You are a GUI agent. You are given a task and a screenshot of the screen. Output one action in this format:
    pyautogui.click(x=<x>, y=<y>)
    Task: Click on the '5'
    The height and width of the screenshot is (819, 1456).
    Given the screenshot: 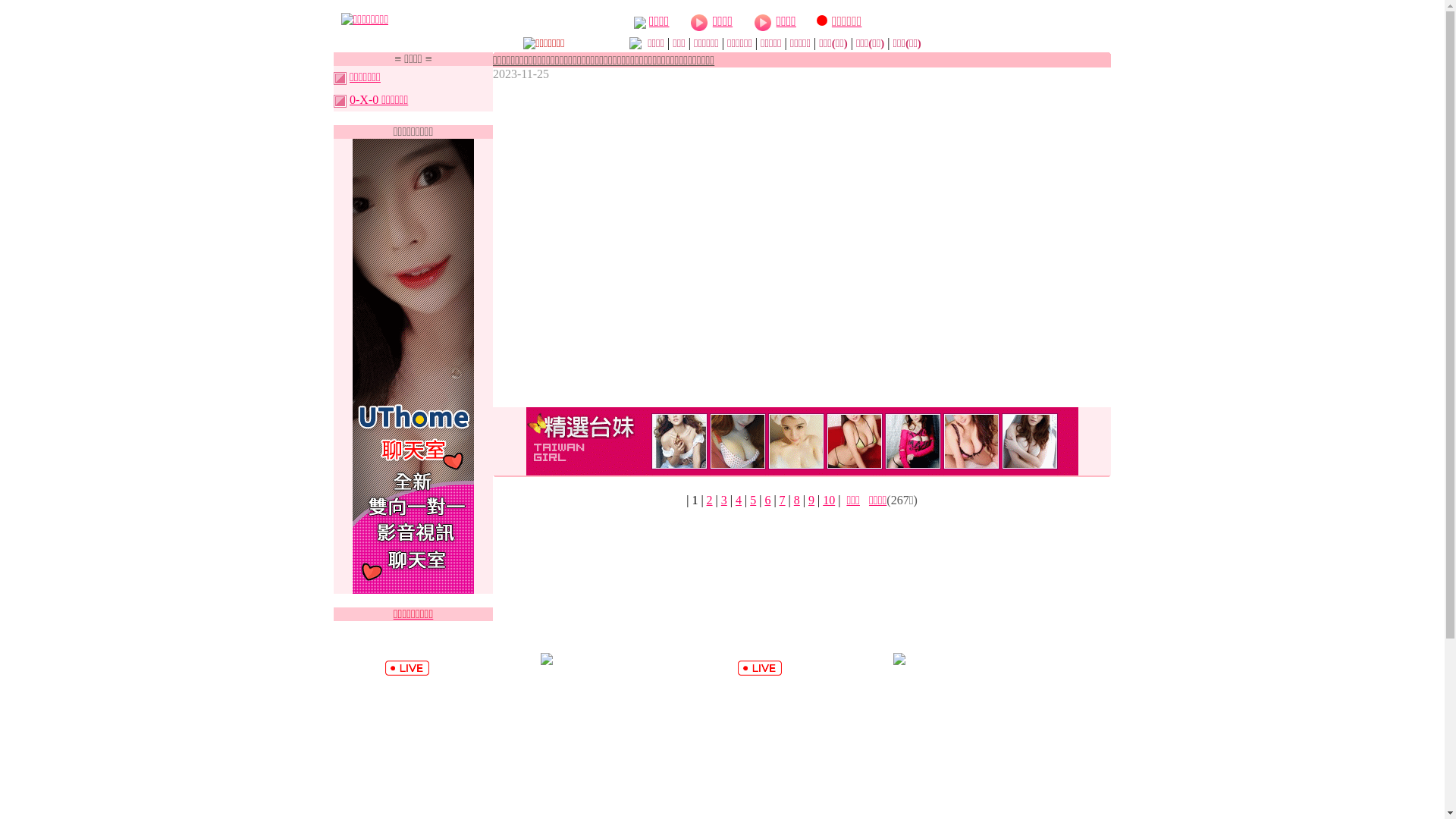 What is the action you would take?
    pyautogui.click(x=753, y=500)
    